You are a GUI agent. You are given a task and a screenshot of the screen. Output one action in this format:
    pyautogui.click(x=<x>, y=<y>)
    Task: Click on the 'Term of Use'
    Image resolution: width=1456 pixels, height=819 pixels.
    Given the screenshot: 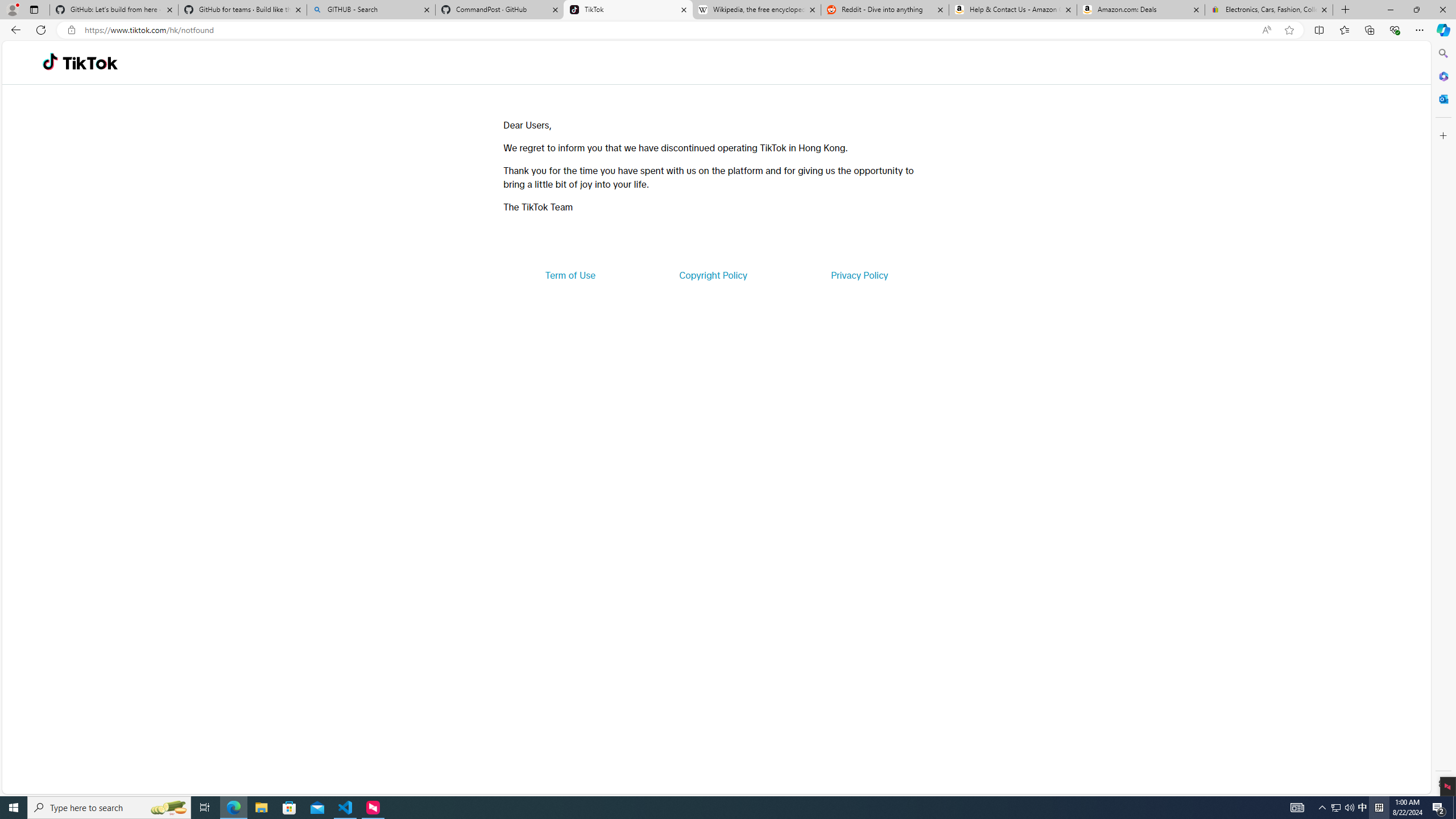 What is the action you would take?
    pyautogui.click(x=570, y=274)
    